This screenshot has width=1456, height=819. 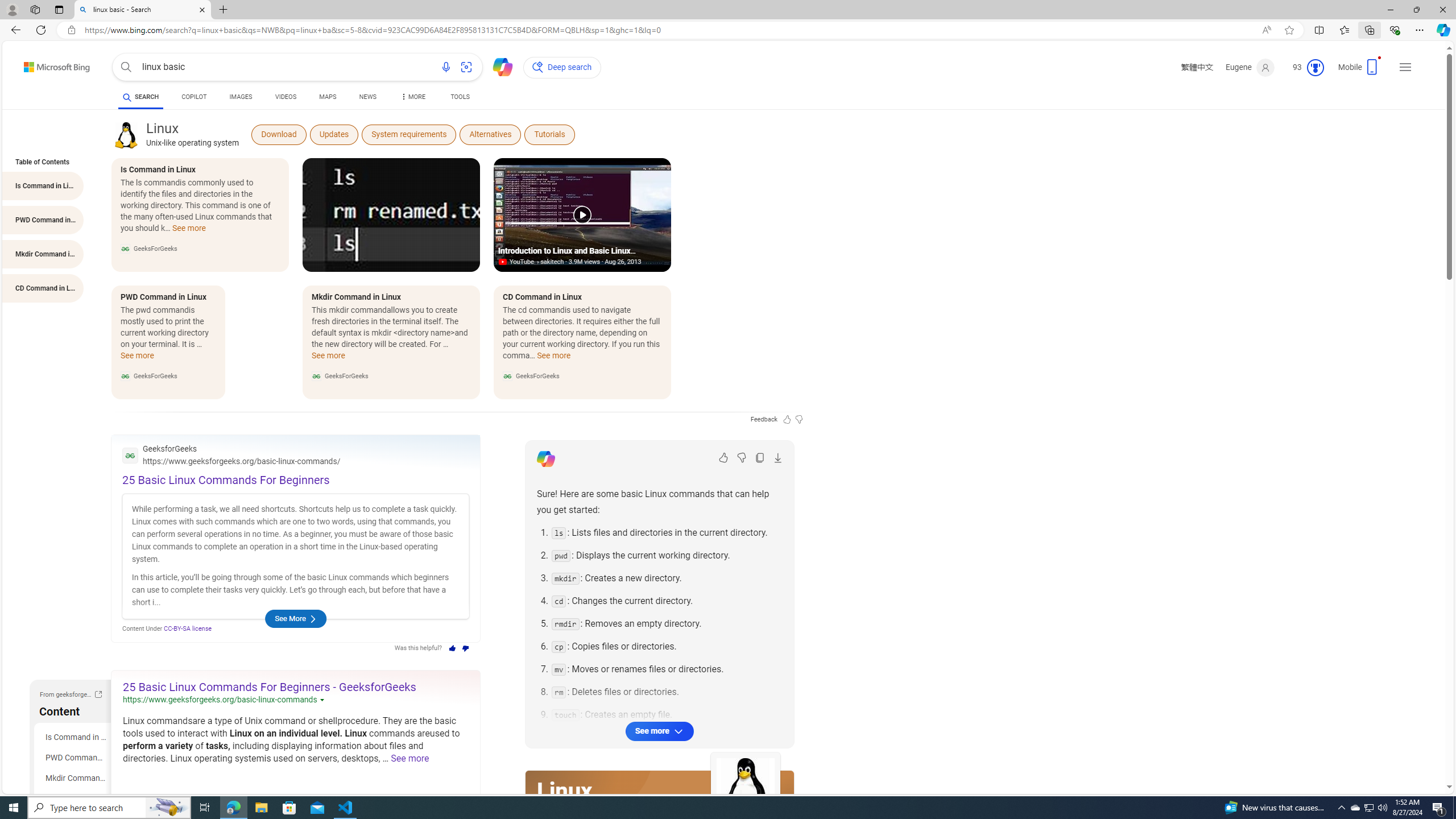 I want to click on 'Tutorials', so click(x=549, y=134).